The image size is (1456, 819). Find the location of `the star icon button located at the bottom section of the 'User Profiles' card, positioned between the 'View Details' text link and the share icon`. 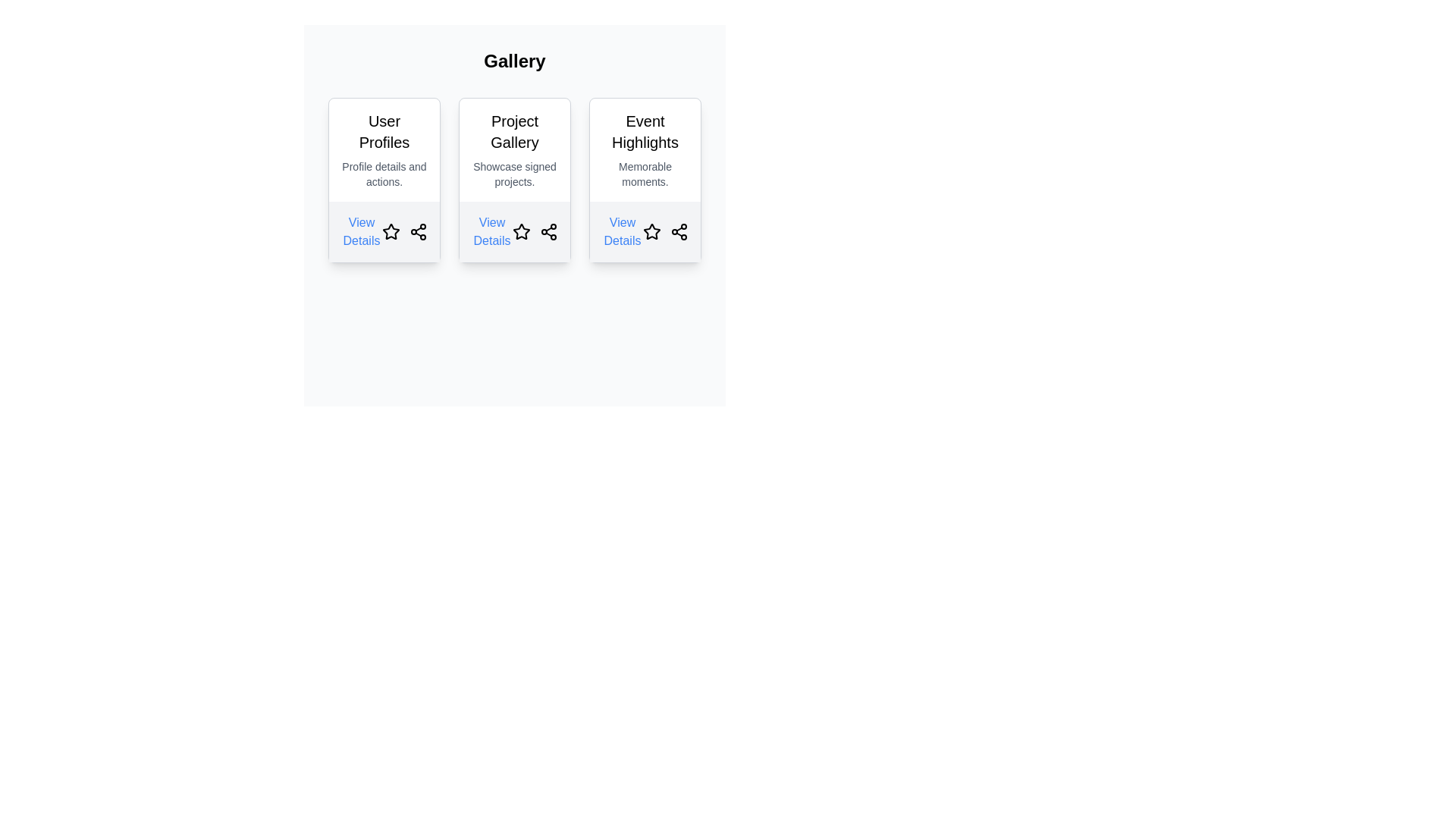

the star icon button located at the bottom section of the 'User Profiles' card, positioned between the 'View Details' text link and the share icon is located at coordinates (391, 231).